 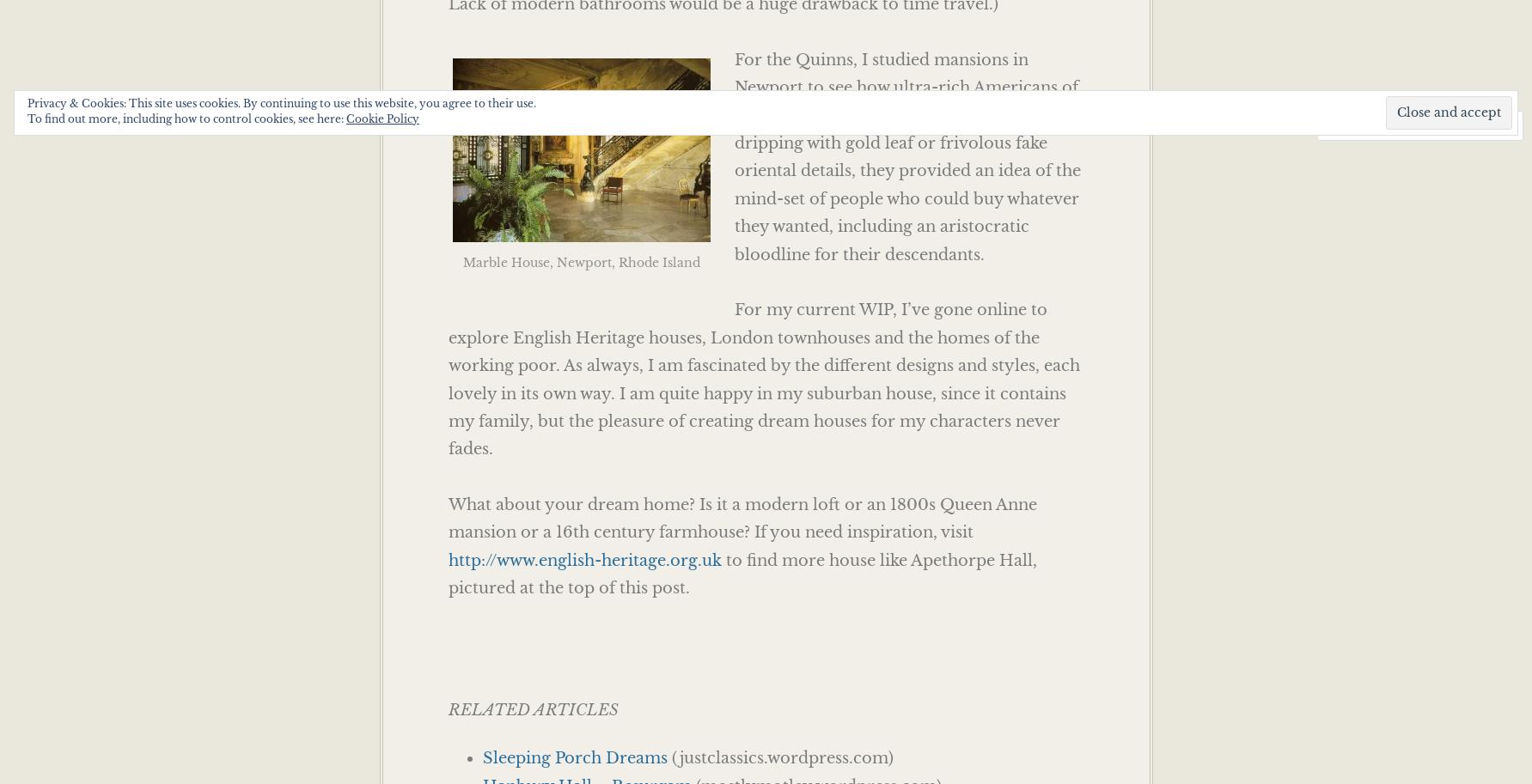 I want to click on 'Marble House, Newport, Rhode Island', so click(x=580, y=261).